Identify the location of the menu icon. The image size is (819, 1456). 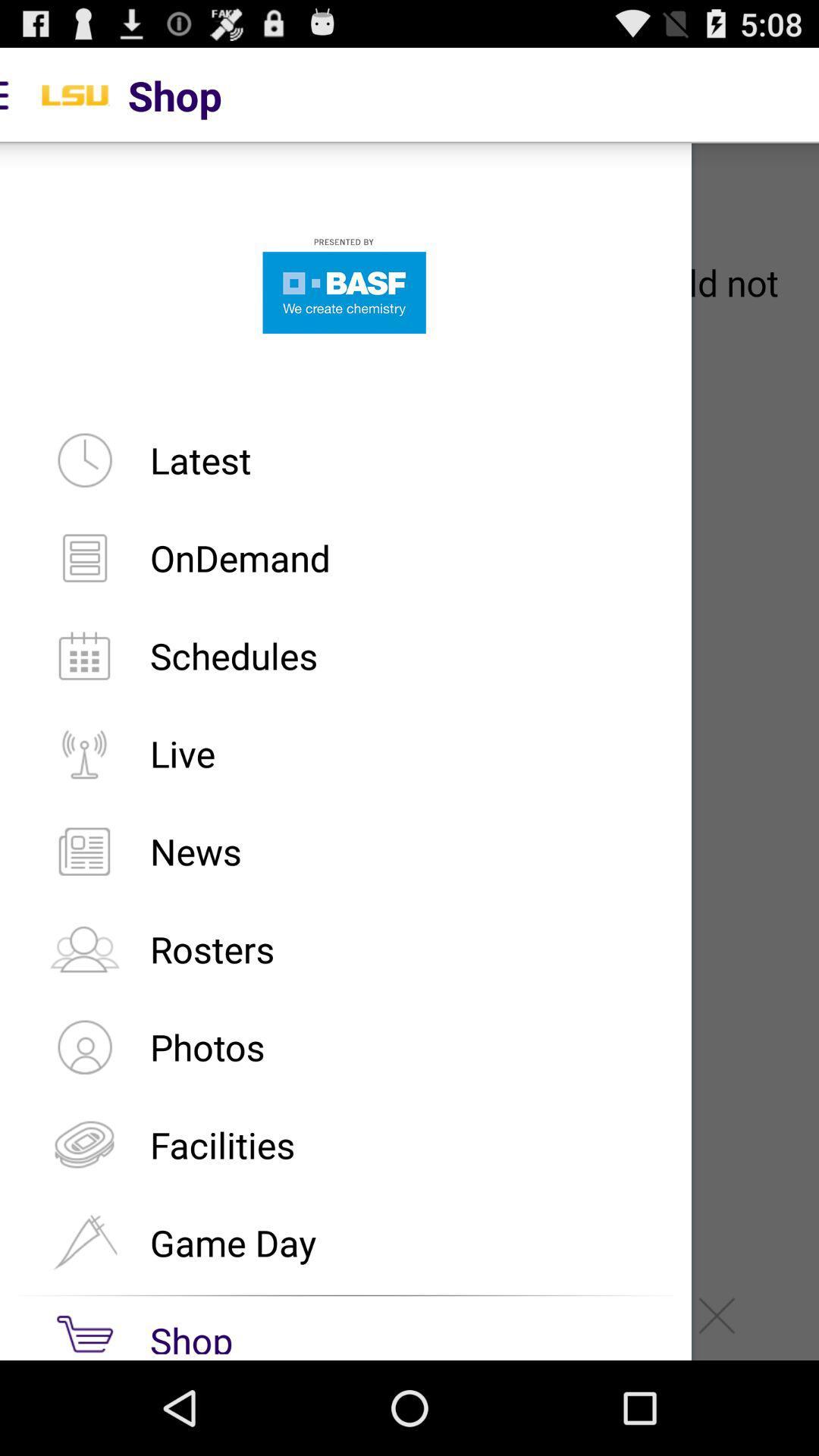
(102, 1407).